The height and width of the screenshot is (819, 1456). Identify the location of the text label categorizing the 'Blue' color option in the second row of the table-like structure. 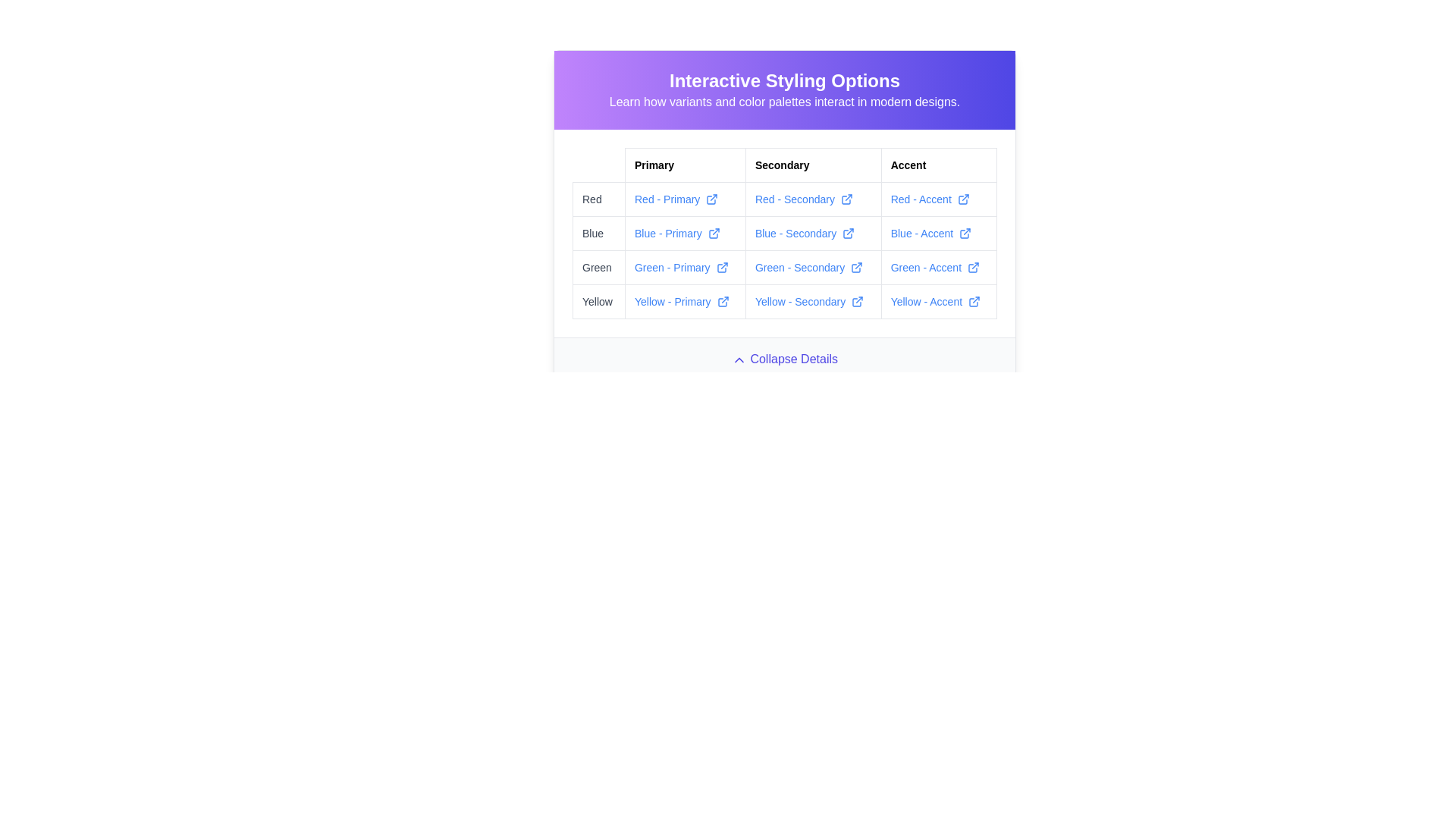
(598, 234).